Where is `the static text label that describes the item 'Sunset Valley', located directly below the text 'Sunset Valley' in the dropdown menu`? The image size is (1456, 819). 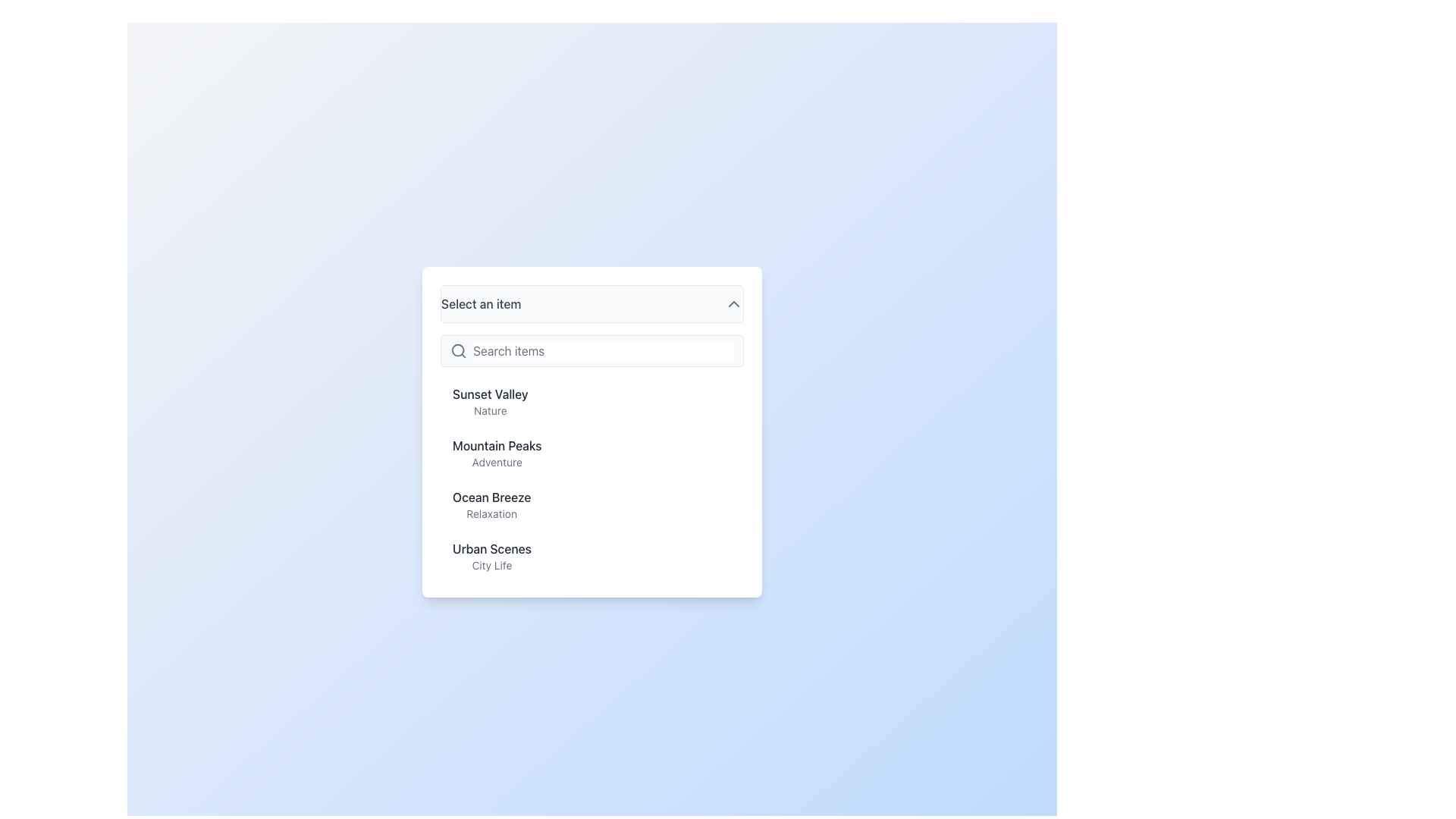
the static text label that describes the item 'Sunset Valley', located directly below the text 'Sunset Valley' in the dropdown menu is located at coordinates (490, 411).